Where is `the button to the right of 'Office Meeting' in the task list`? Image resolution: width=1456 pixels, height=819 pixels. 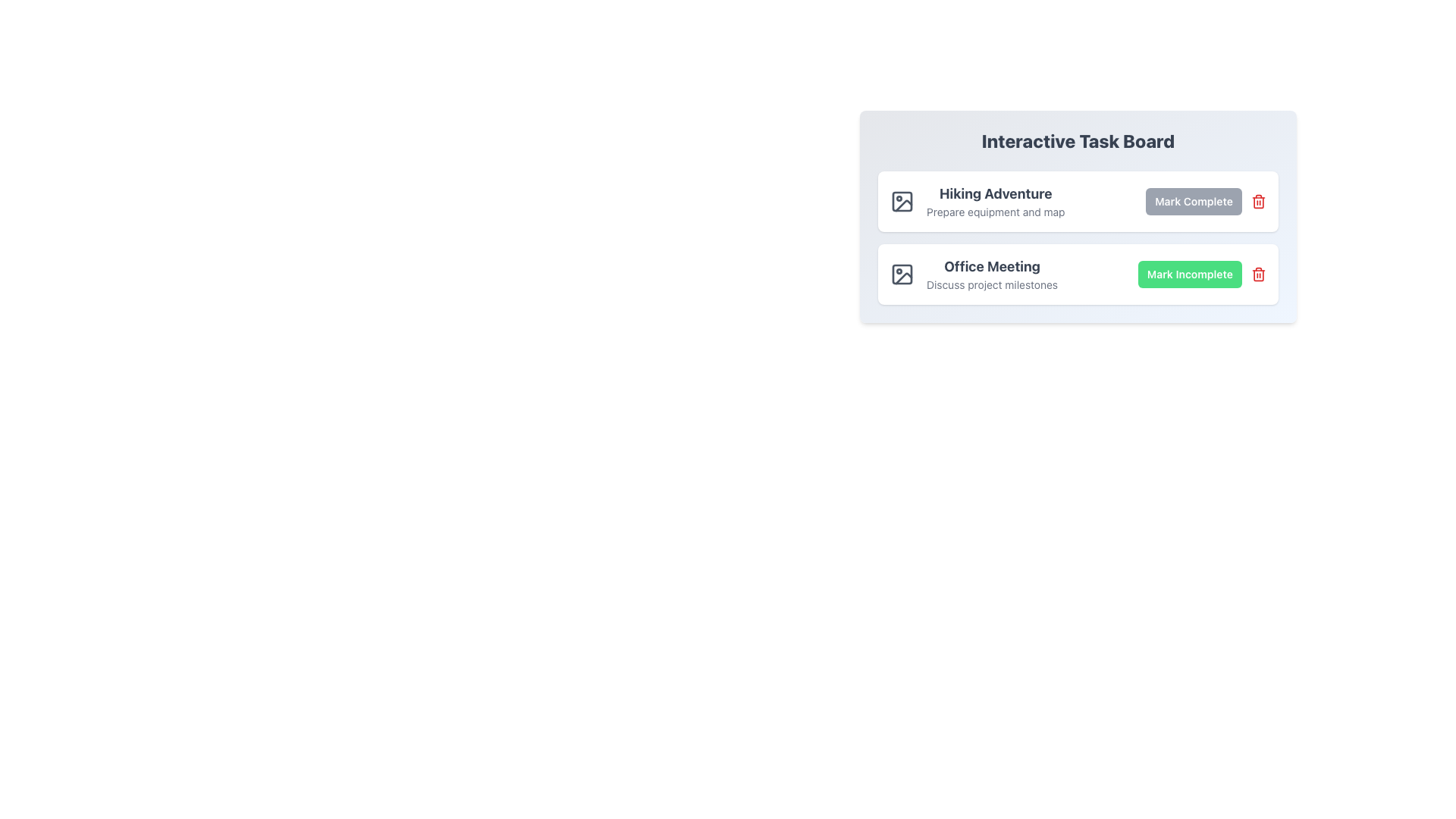 the button to the right of 'Office Meeting' in the task list is located at coordinates (1201, 275).